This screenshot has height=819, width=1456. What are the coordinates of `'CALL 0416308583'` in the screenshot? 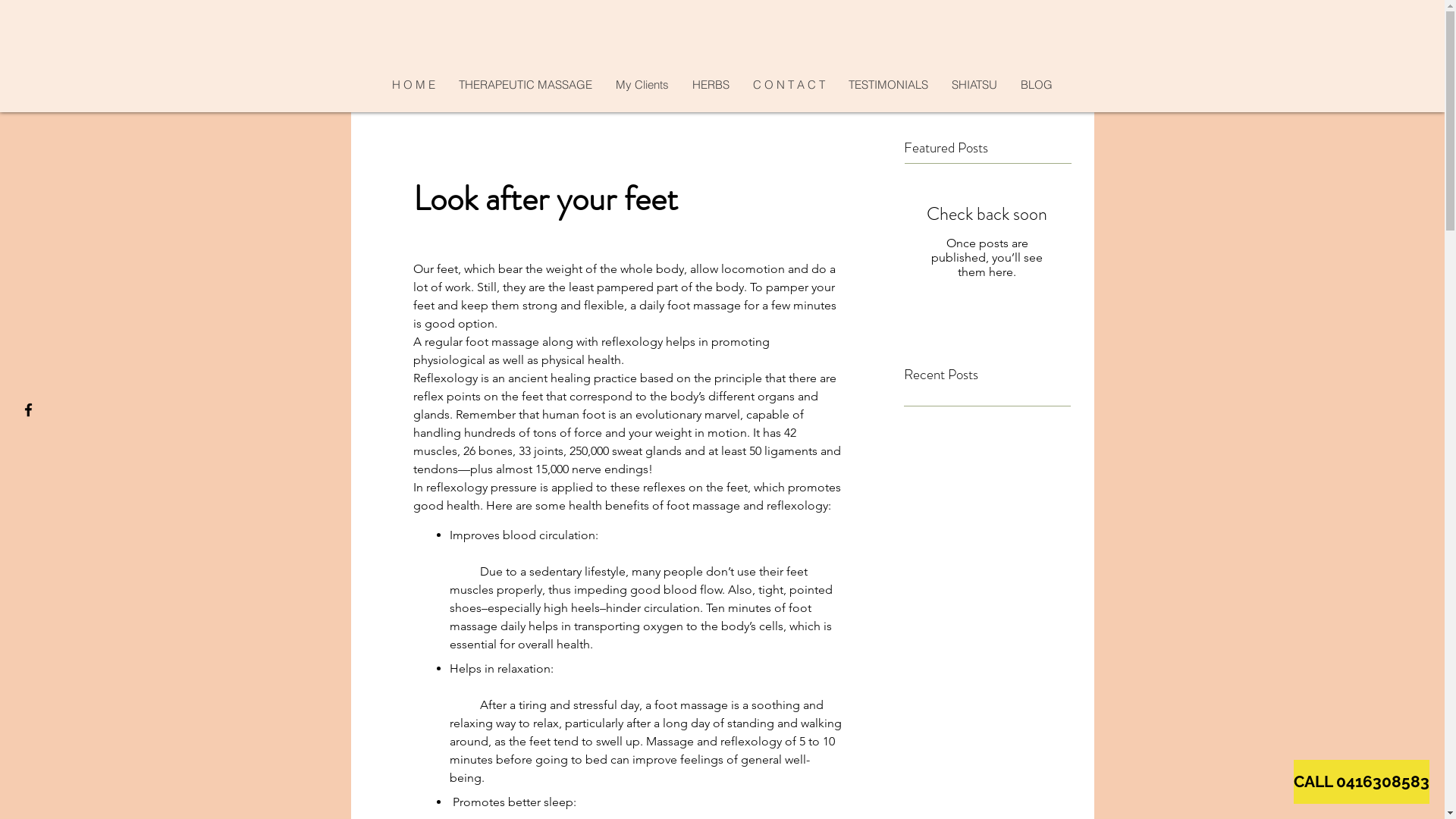 It's located at (1361, 781).